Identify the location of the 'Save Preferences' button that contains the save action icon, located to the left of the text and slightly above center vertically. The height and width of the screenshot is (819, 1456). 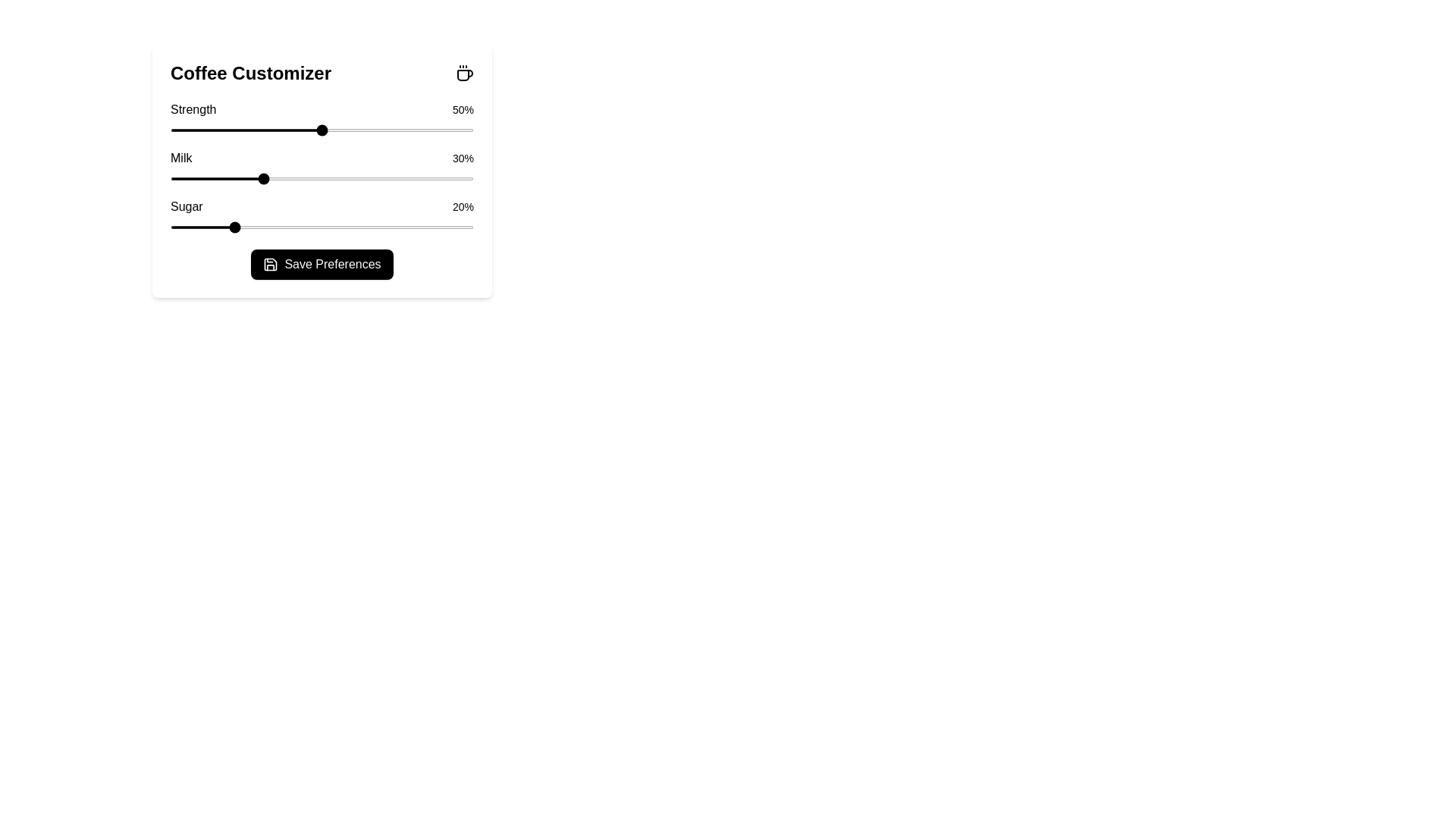
(271, 263).